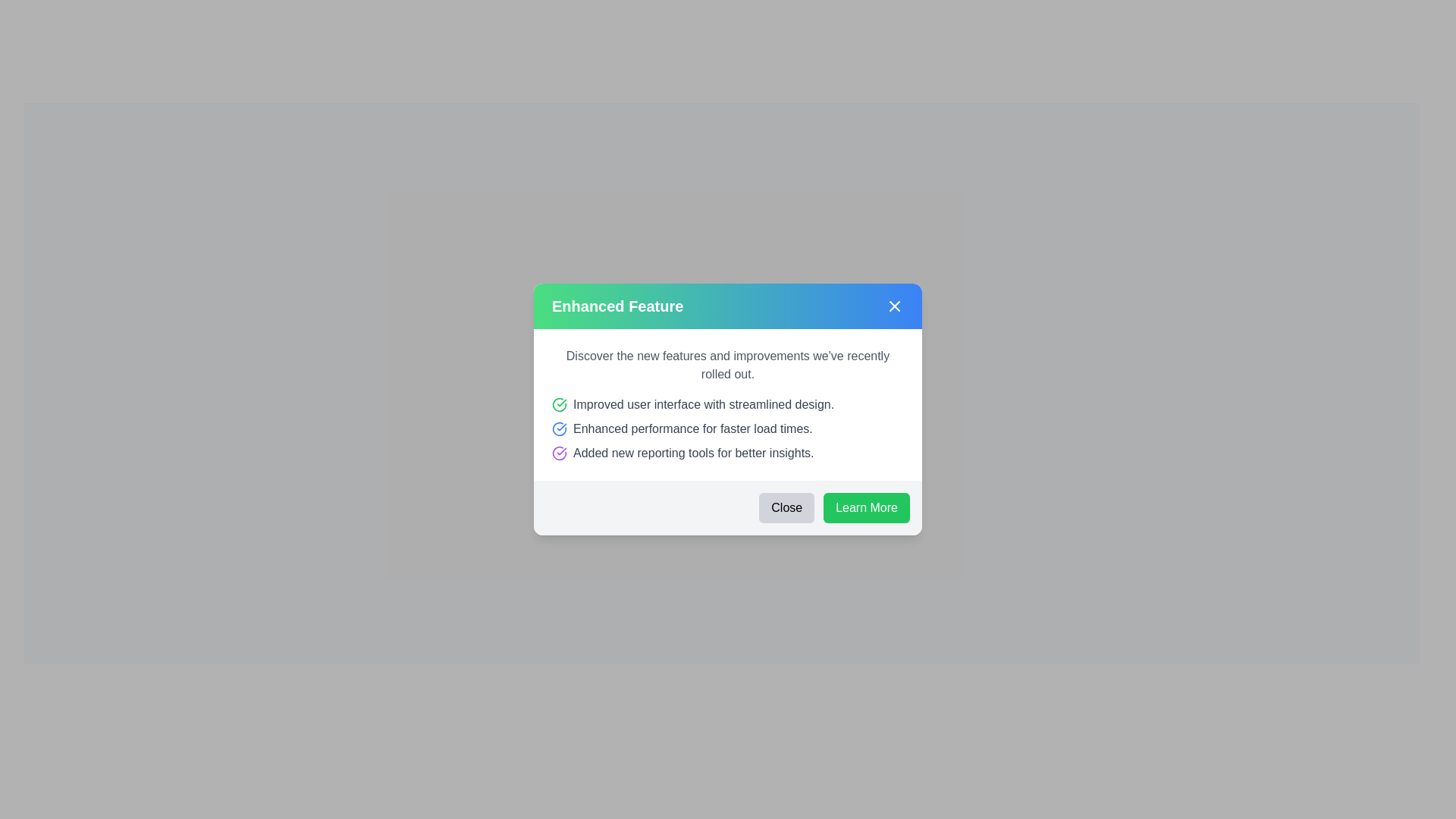 This screenshot has height=819, width=1456. I want to click on the close button represented by an 'X' icon in the top-right corner of the modal header titled 'Enhanced Feature' to observe the hover effect, so click(895, 306).